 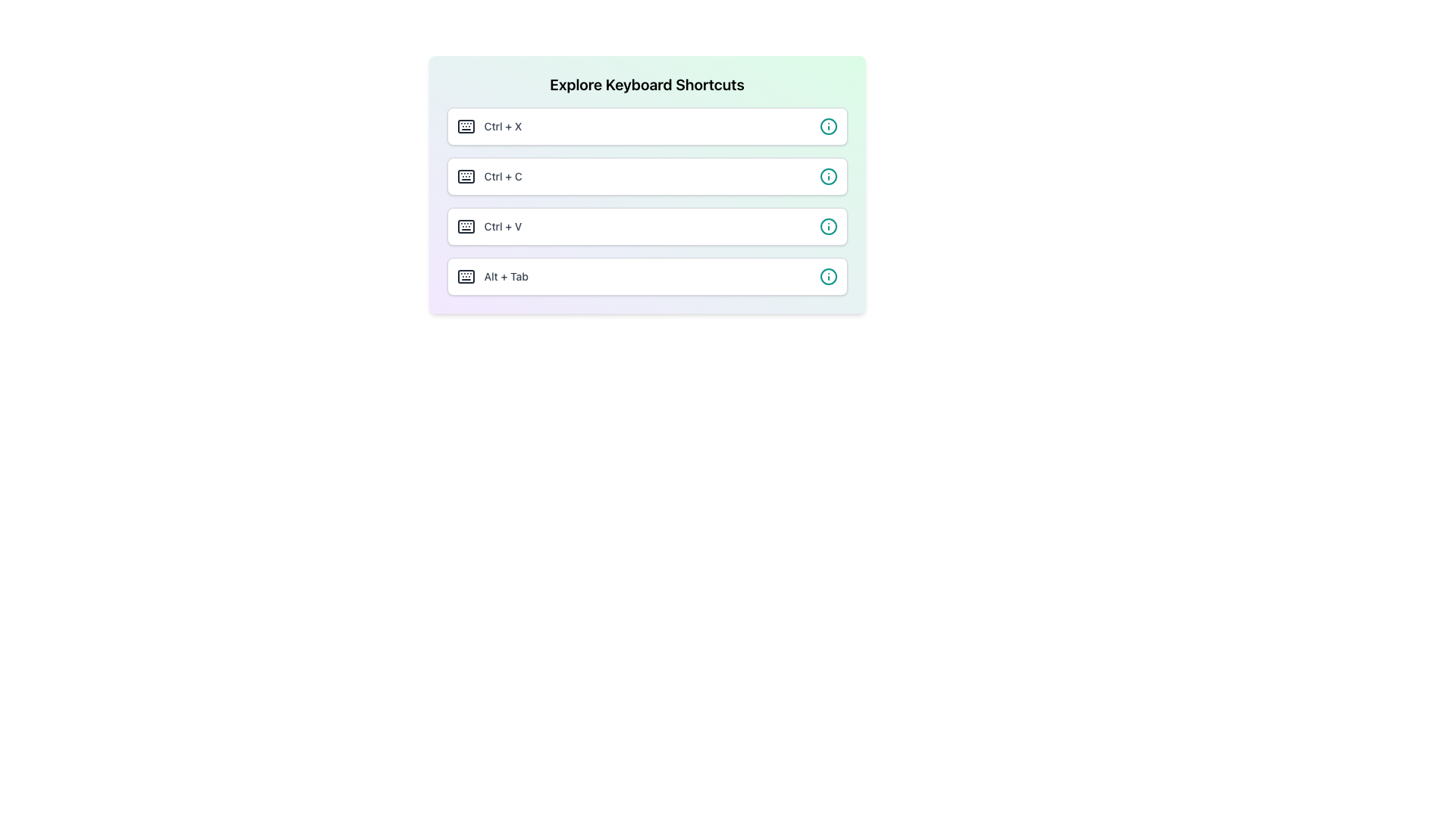 I want to click on the 'Cut' keyboard shortcut displayed in the text label with an icon, which shows 'Ctrl + X' and is located in a rounded, white card below the header 'Explore Keyboard Shortcuts', so click(x=489, y=125).